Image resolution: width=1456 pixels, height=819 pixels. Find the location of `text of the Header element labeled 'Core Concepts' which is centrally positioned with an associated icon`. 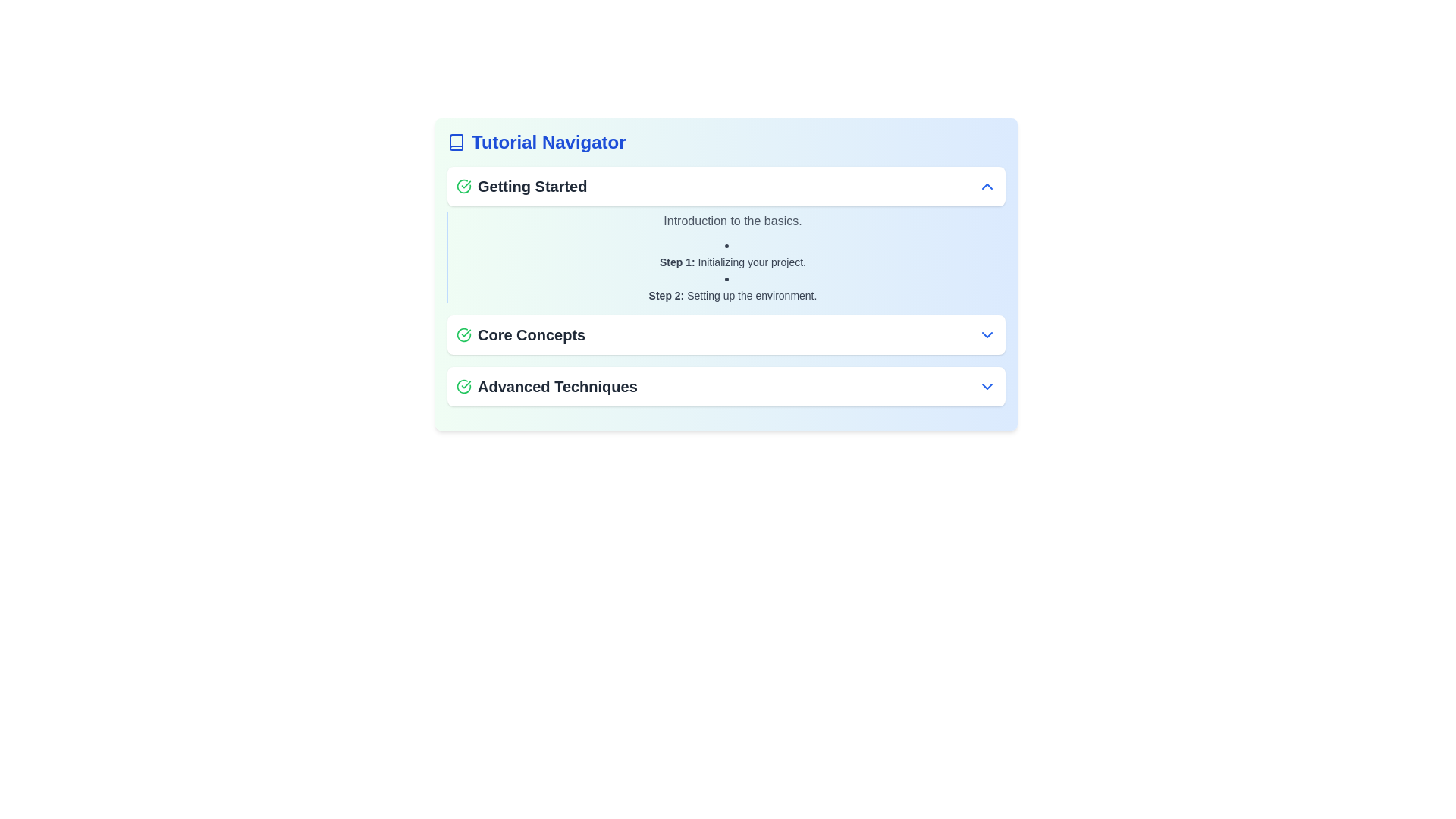

text of the Header element labeled 'Core Concepts' which is centrally positioned with an associated icon is located at coordinates (521, 334).